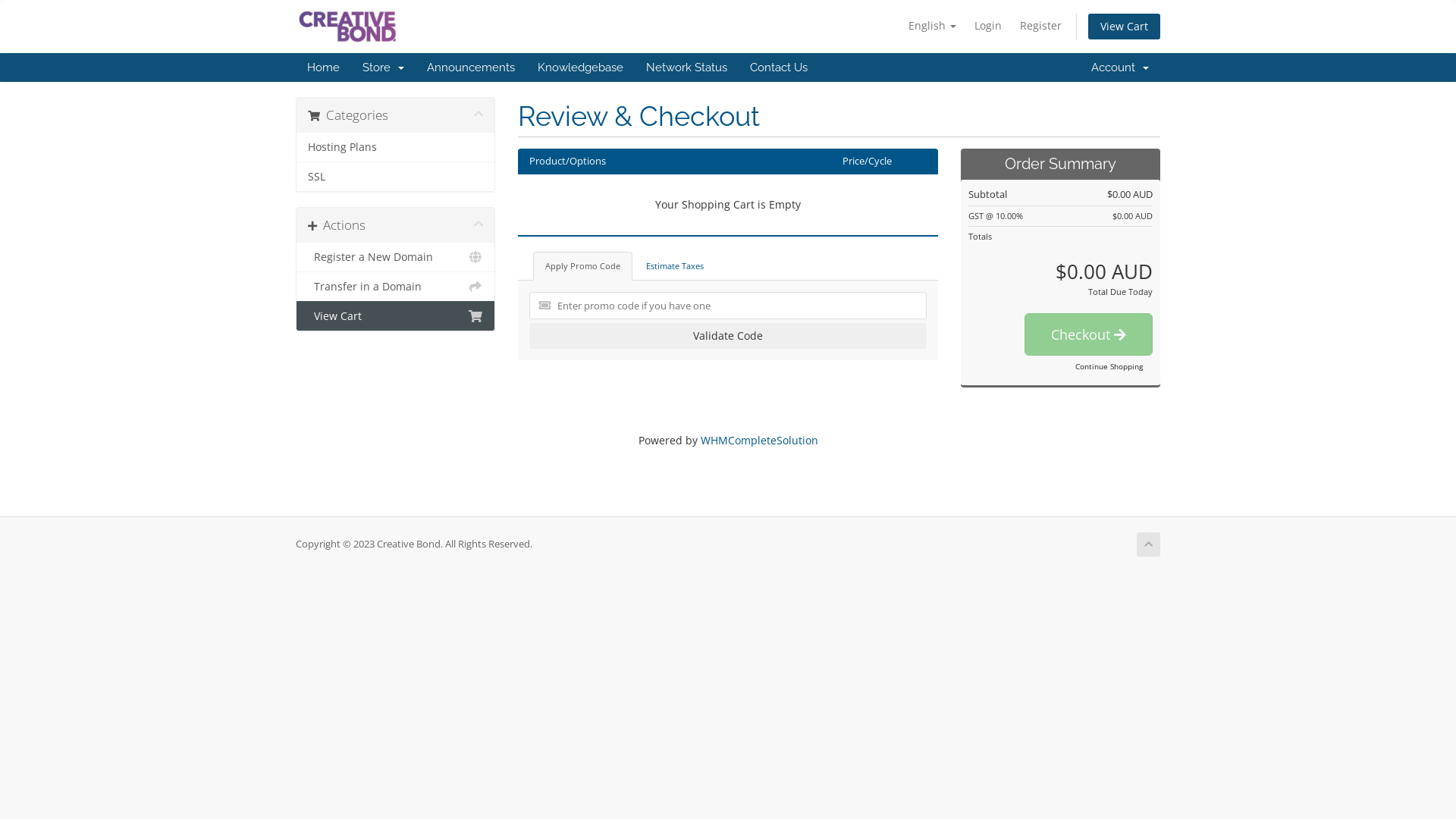  Describe the element at coordinates (322, 66) in the screenshot. I see `'Home'` at that location.